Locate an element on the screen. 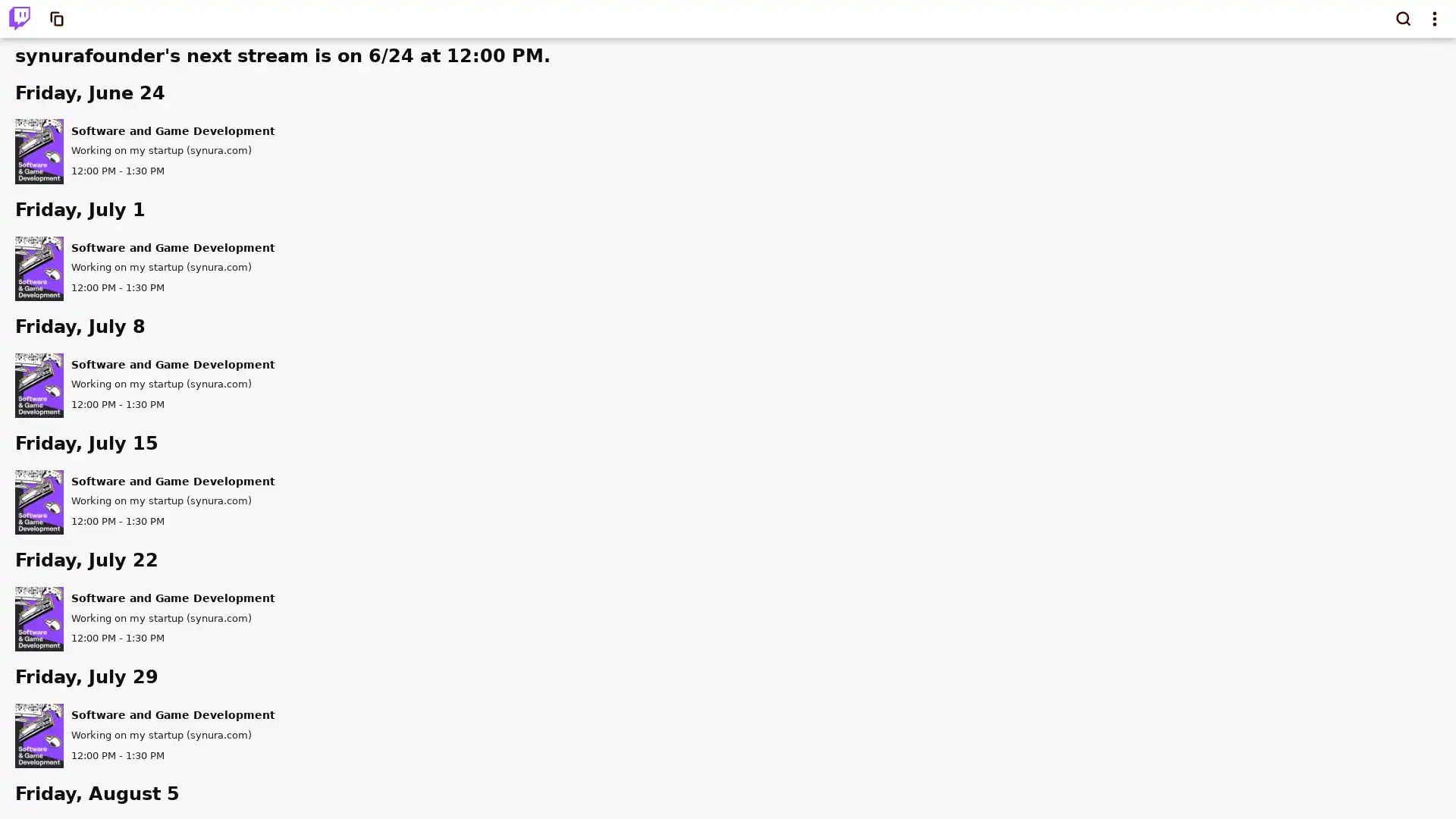  Search is located at coordinates (1403, 18).